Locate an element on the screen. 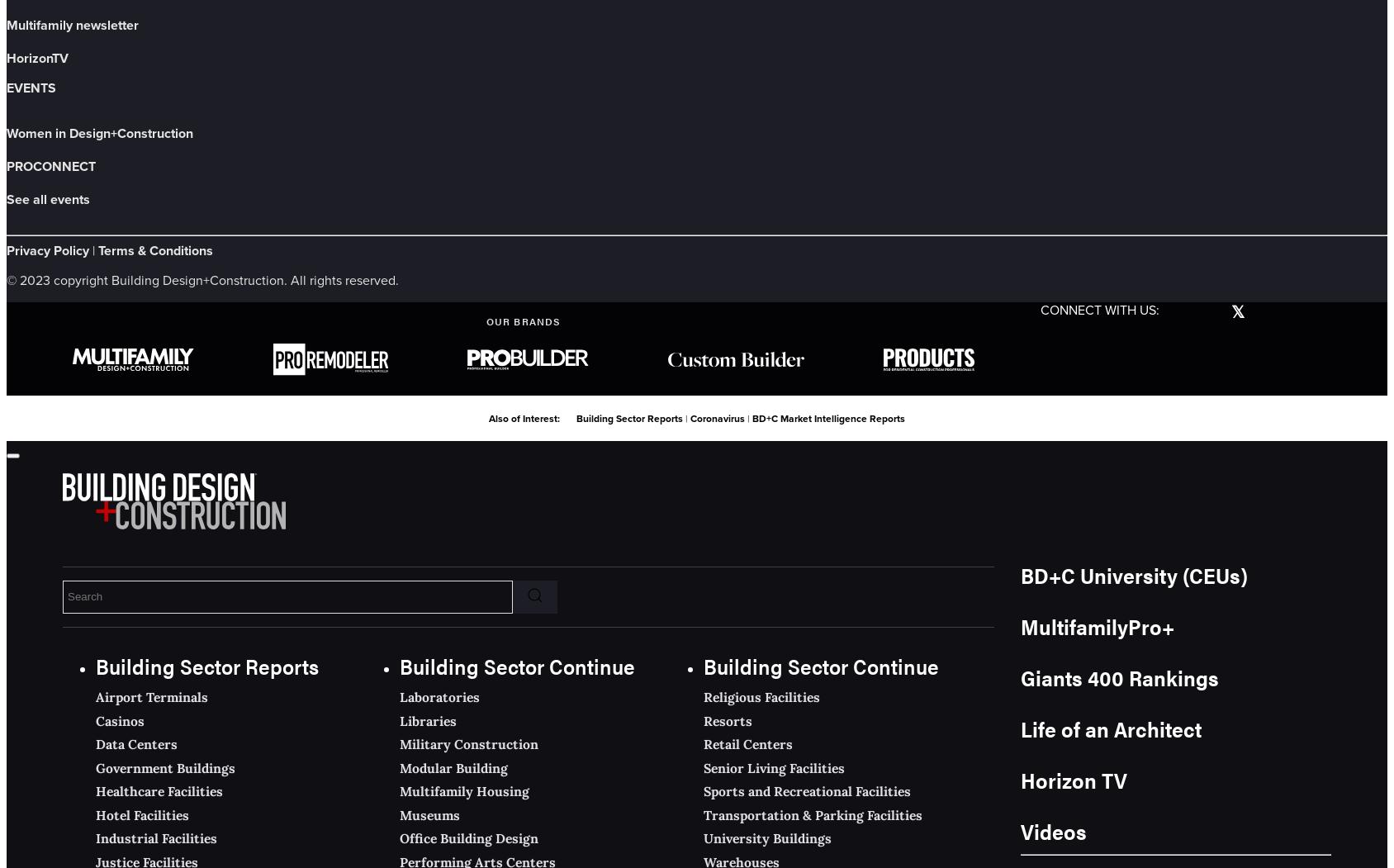 The image size is (1394, 868). 'Privacy Policy' is located at coordinates (47, 249).